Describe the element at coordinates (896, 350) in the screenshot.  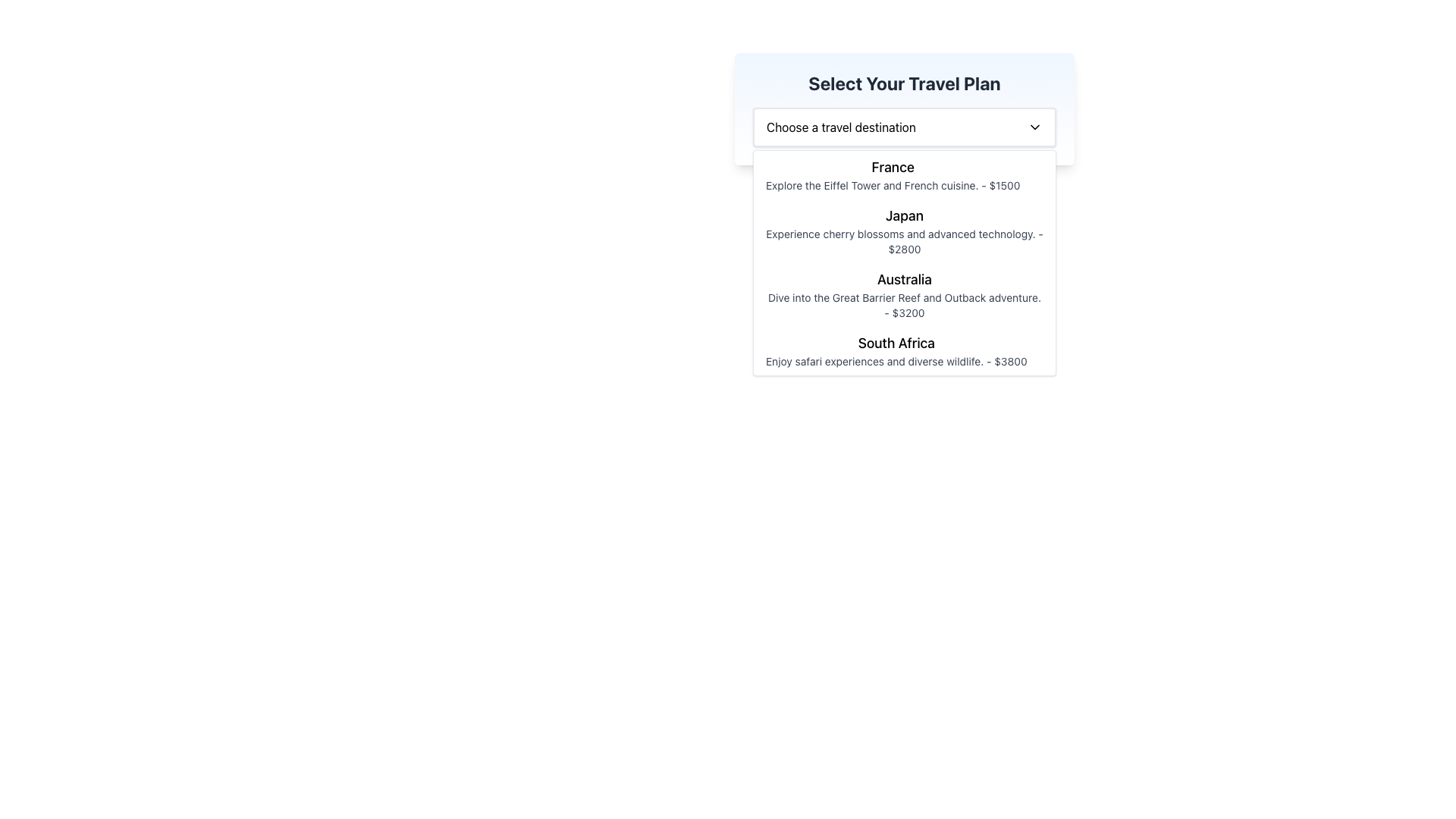
I see `the fourth option in the dropdown list labeled 'Select Your Travel Plan', which displays 'South Africa' as a larger title and 'Enjoy safari experiences and diverse wildlife. - $3800' as descriptive text` at that location.